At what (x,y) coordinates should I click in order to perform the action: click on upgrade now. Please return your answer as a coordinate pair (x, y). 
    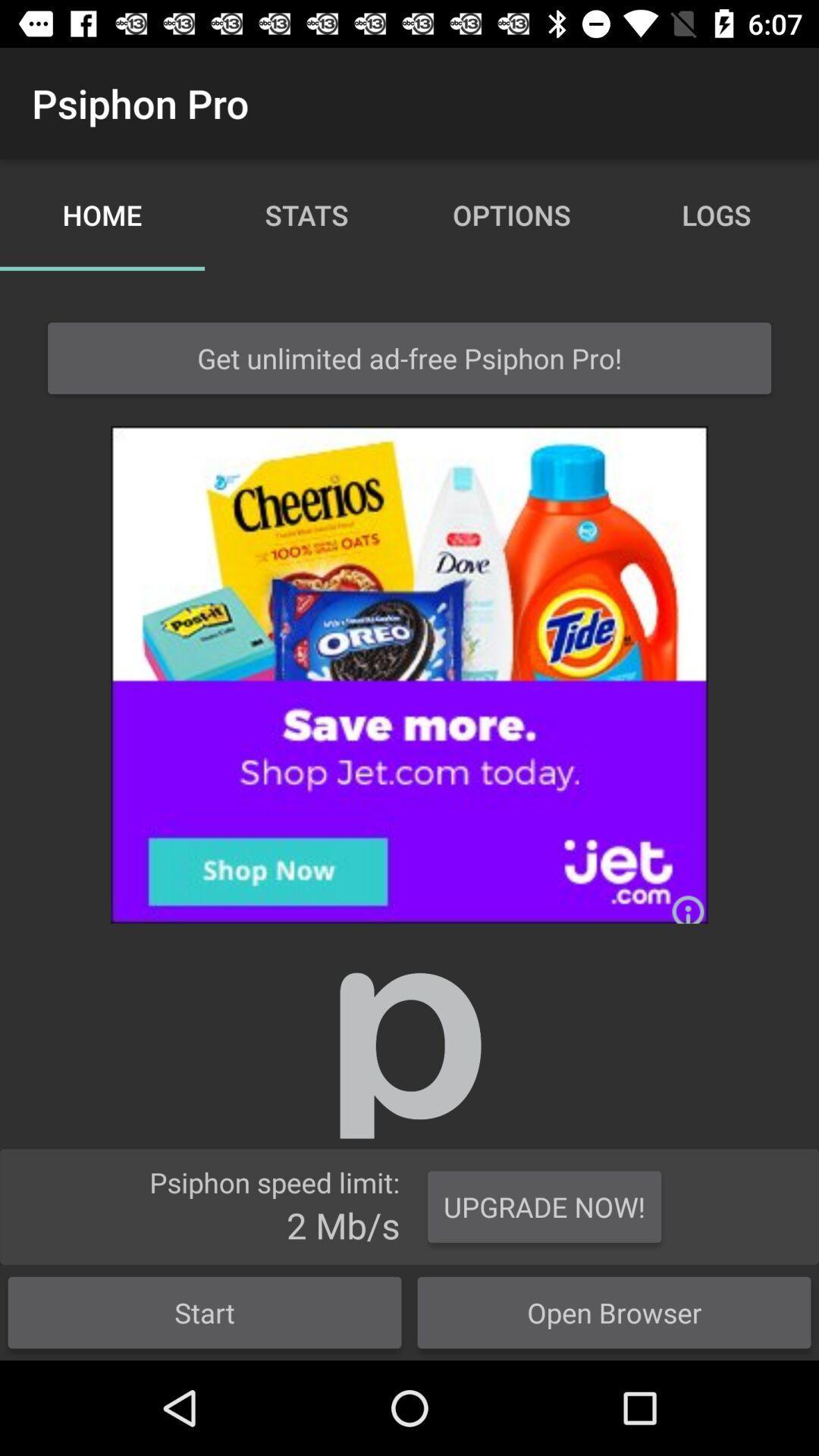
    Looking at the image, I should click on (544, 1207).